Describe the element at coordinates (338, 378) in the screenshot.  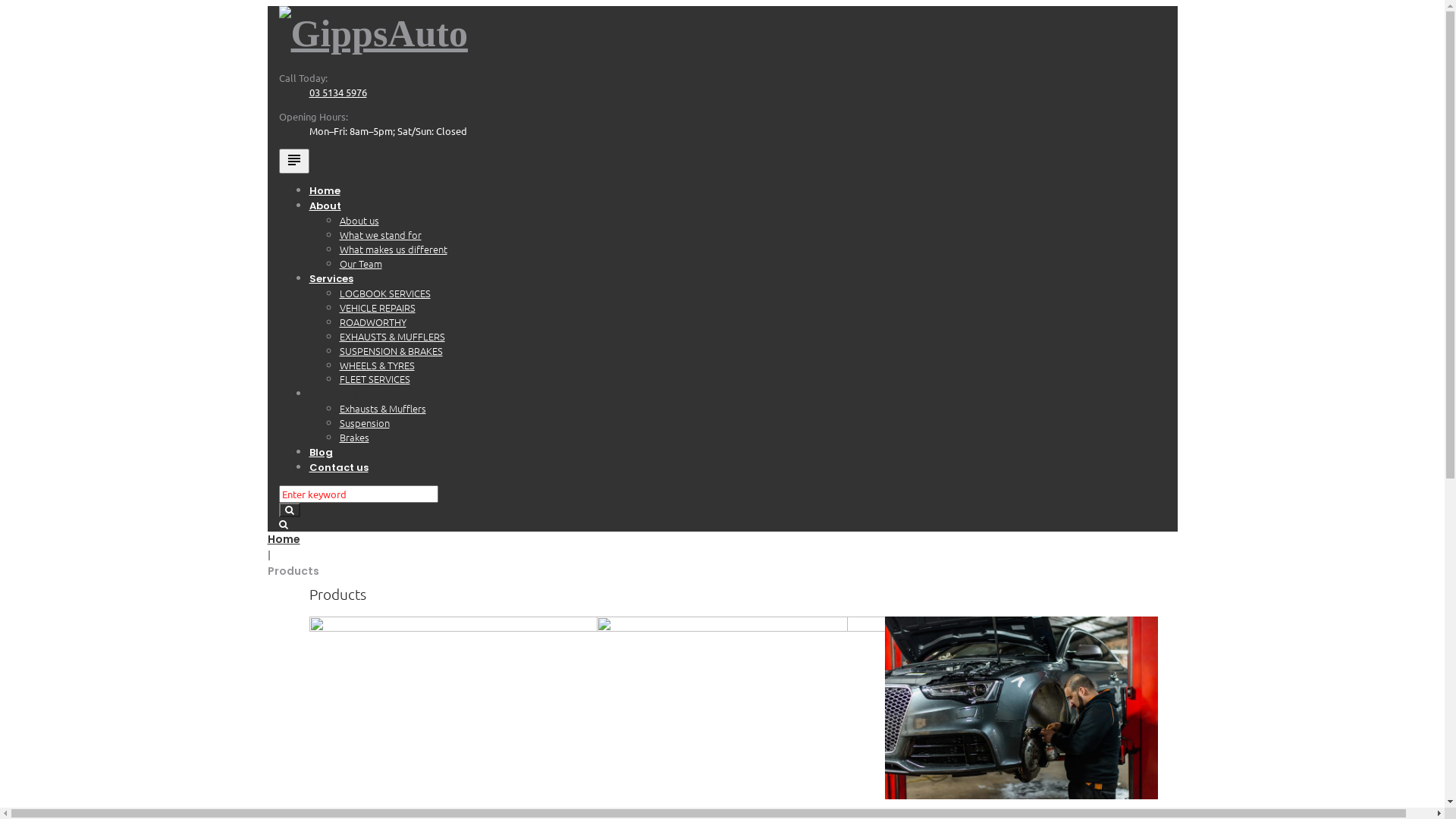
I see `'FLEET SERVICES'` at that location.